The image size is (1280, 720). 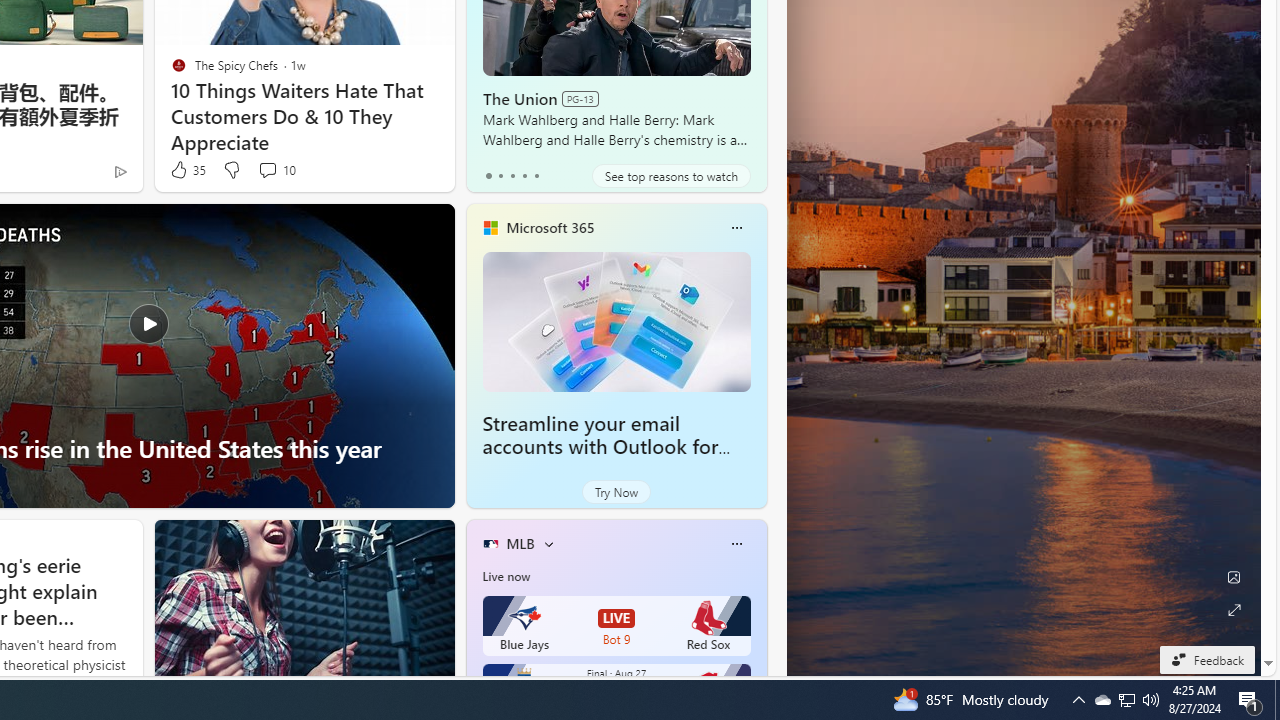 I want to click on 'View comments 10 Comment', so click(x=266, y=168).